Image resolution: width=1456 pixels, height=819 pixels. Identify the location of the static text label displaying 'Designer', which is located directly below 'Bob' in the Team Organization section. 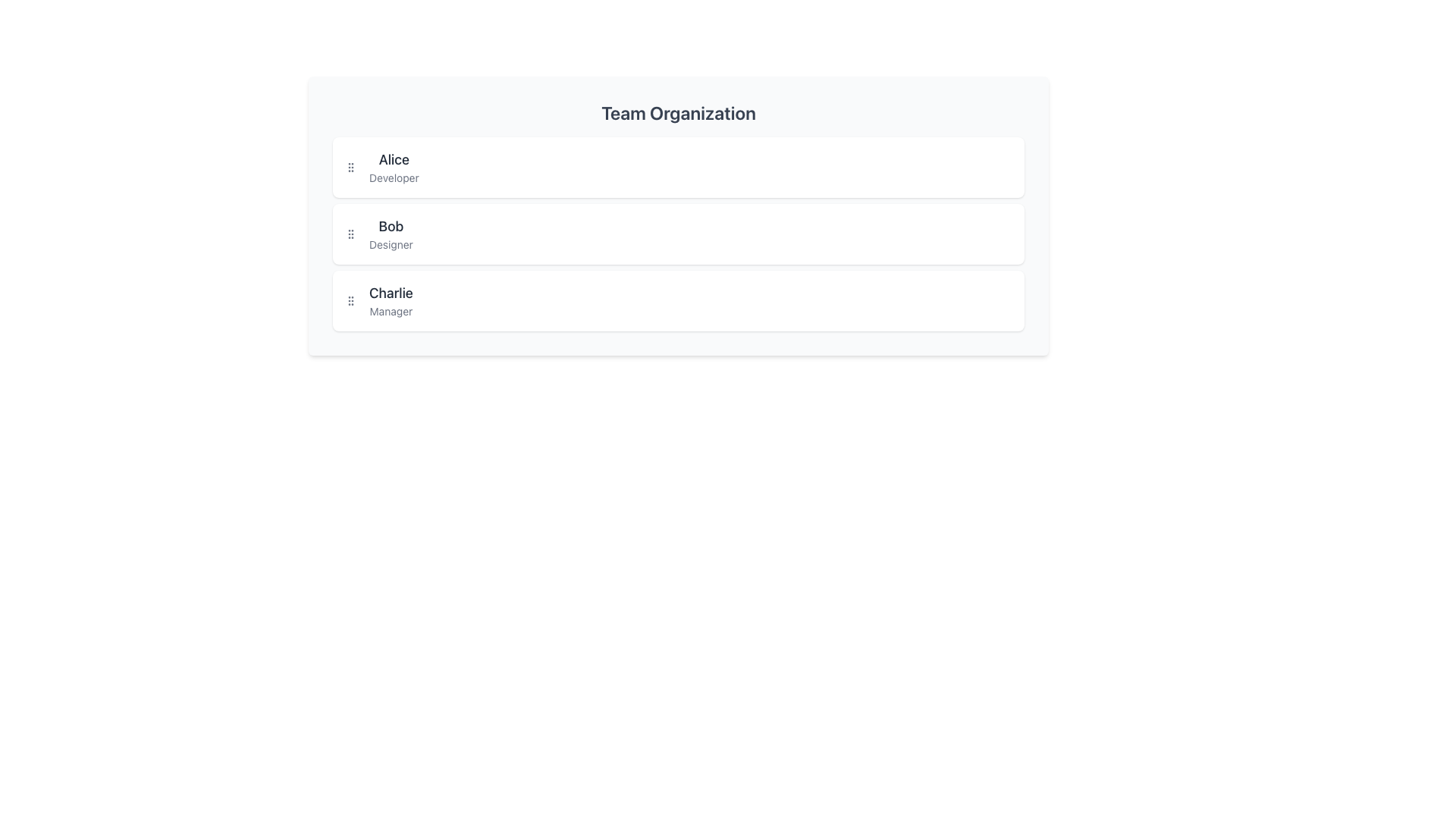
(391, 244).